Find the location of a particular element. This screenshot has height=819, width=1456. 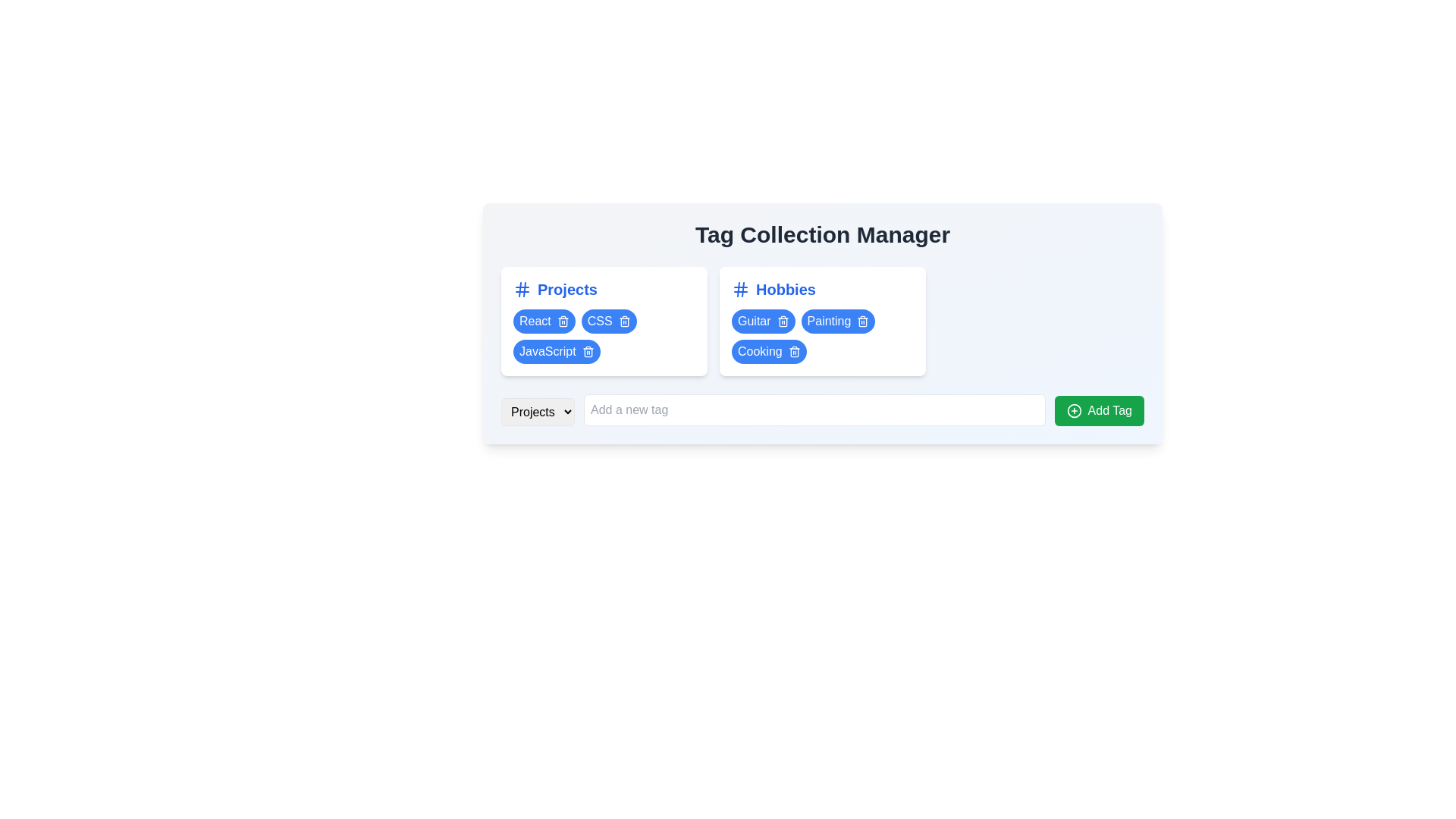

the trash can icon on the 'CSS' tag is located at coordinates (609, 321).